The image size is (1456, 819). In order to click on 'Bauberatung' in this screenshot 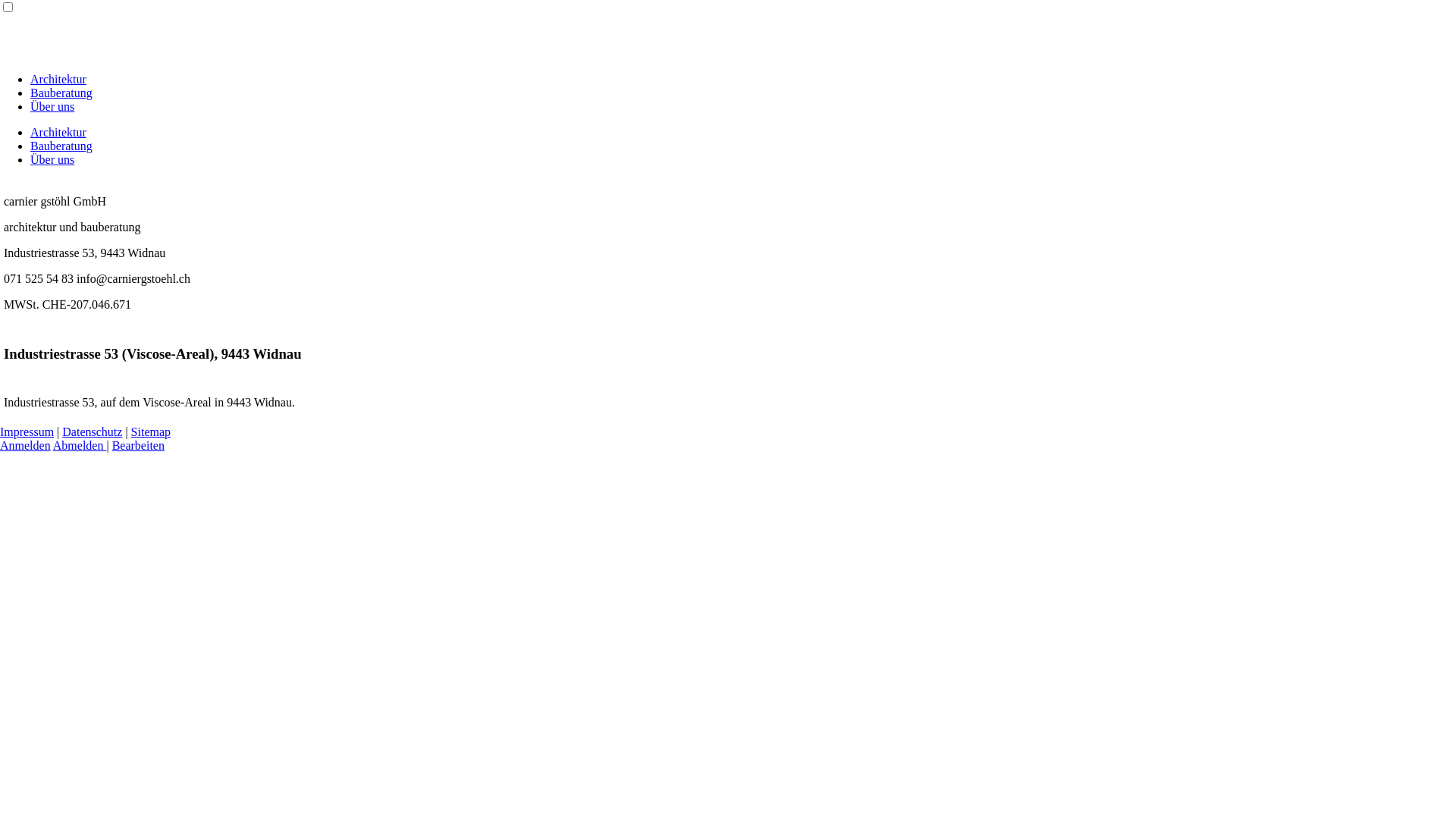, I will do `click(61, 93)`.